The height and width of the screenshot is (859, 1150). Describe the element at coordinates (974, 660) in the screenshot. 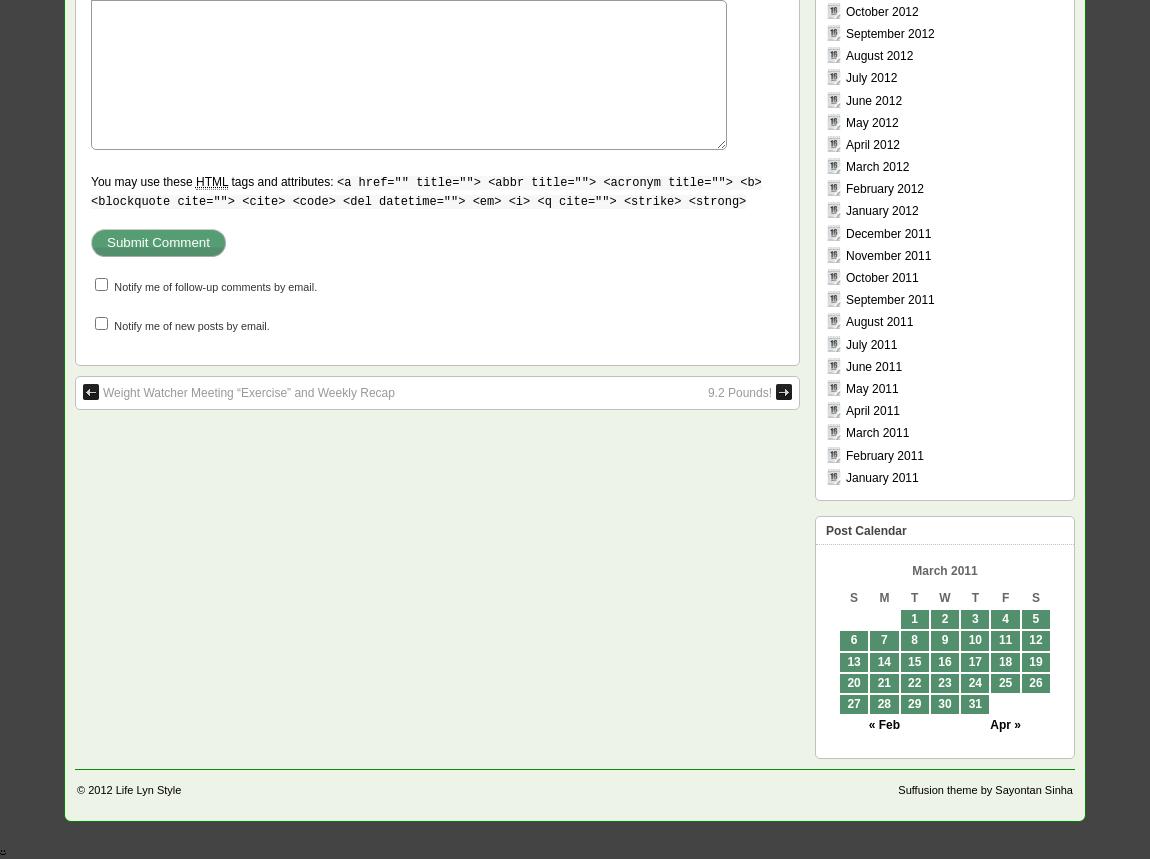

I see `'17'` at that location.